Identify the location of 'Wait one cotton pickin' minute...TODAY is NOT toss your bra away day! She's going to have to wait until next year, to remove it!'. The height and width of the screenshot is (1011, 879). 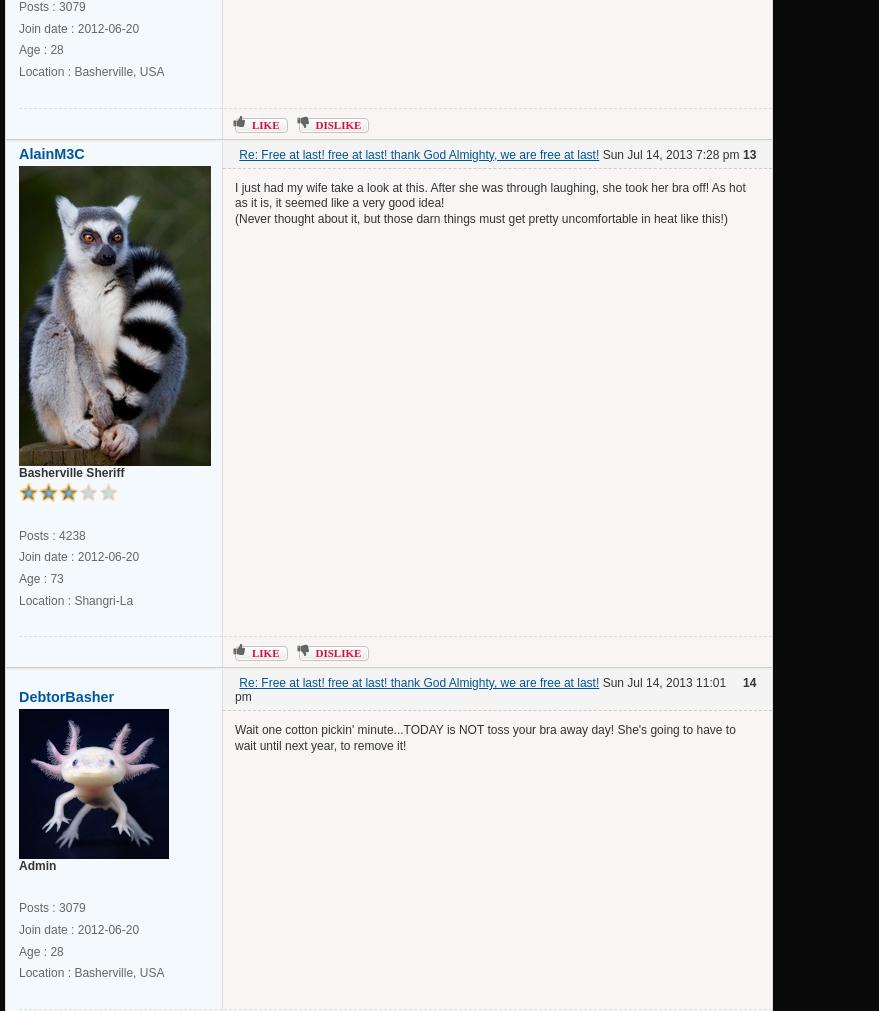
(234, 736).